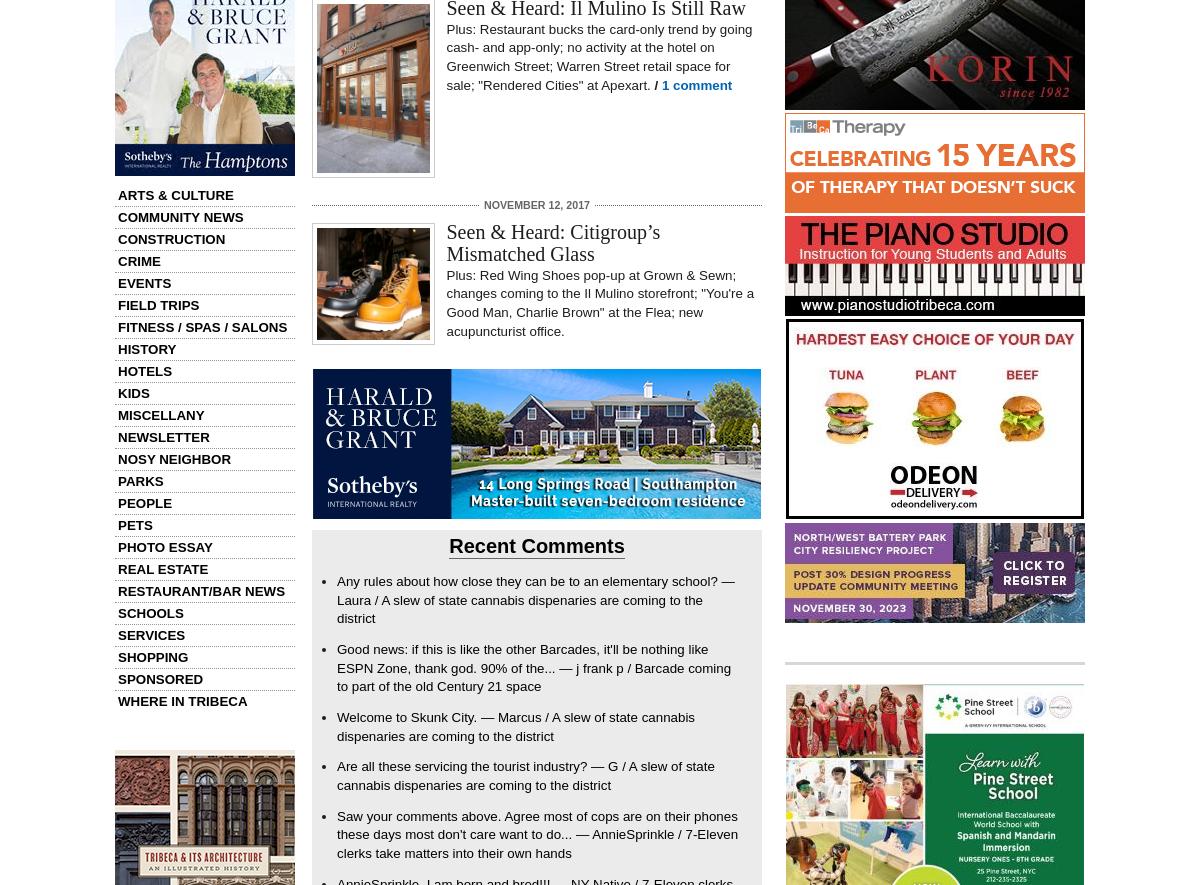 The width and height of the screenshot is (1200, 885). Describe the element at coordinates (144, 370) in the screenshot. I see `'Hotels'` at that location.